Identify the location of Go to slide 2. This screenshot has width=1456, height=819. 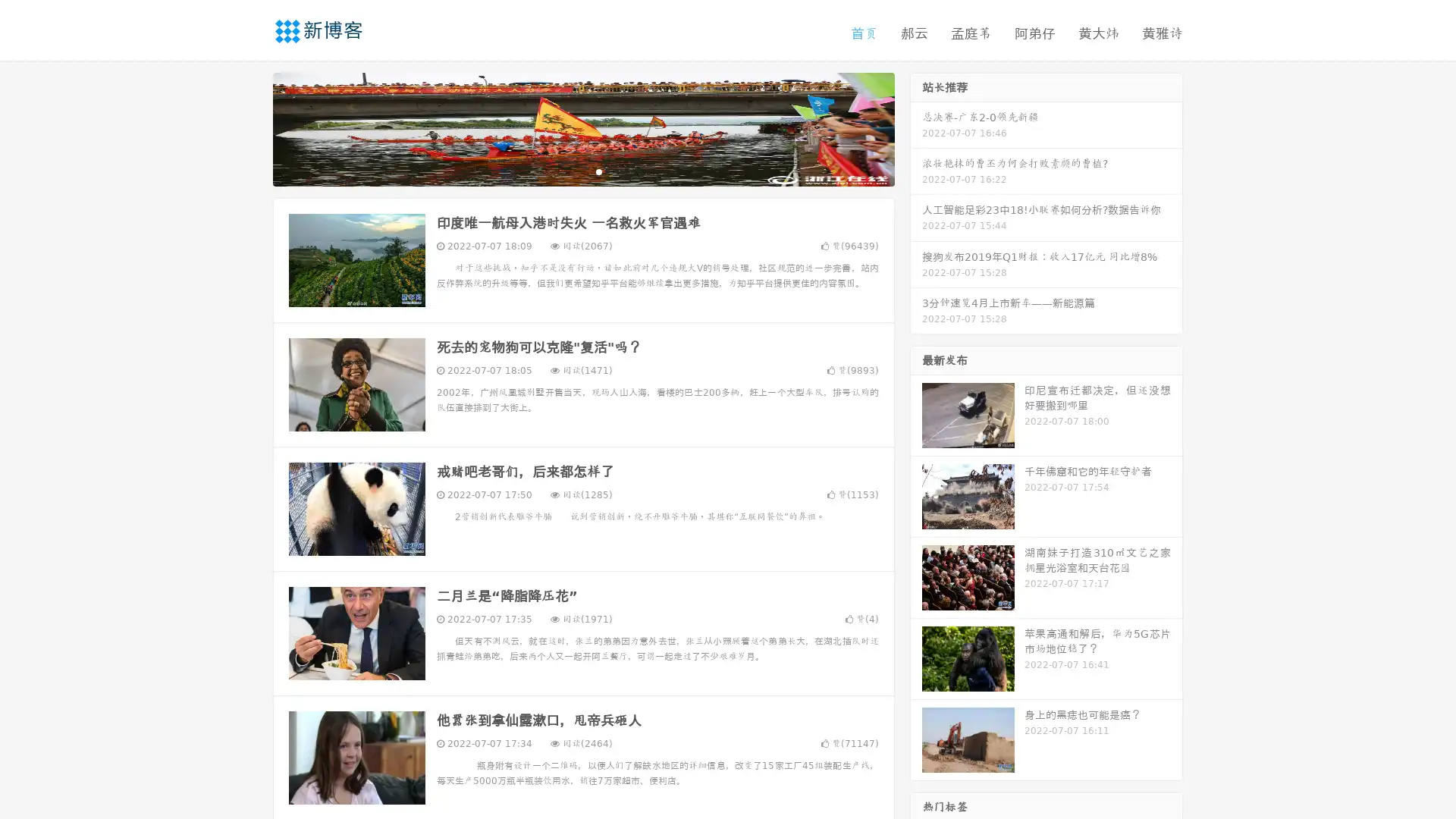
(582, 171).